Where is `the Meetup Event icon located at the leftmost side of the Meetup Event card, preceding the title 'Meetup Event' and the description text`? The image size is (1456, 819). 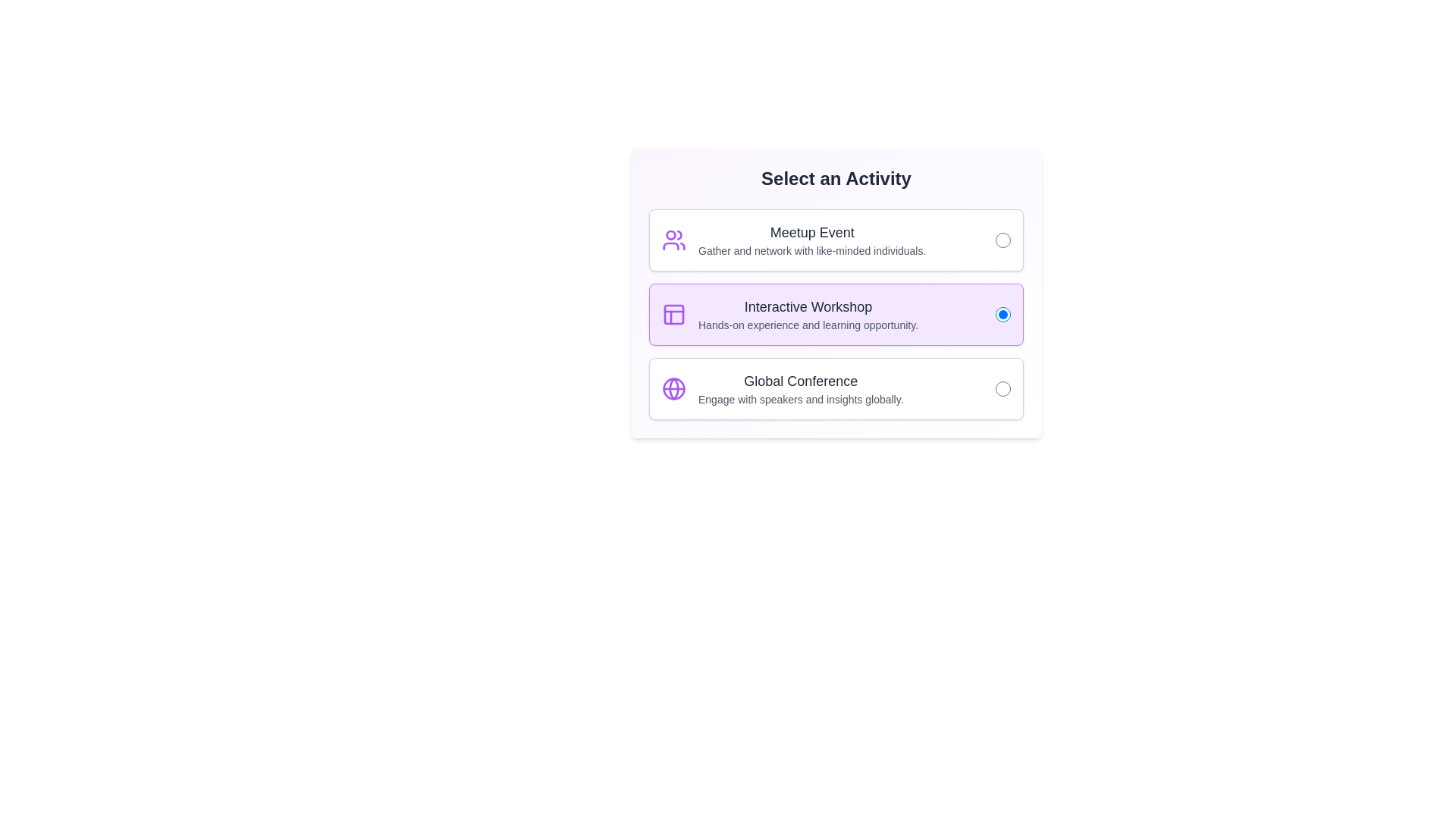
the Meetup Event icon located at the leftmost side of the Meetup Event card, preceding the title 'Meetup Event' and the description text is located at coordinates (673, 239).